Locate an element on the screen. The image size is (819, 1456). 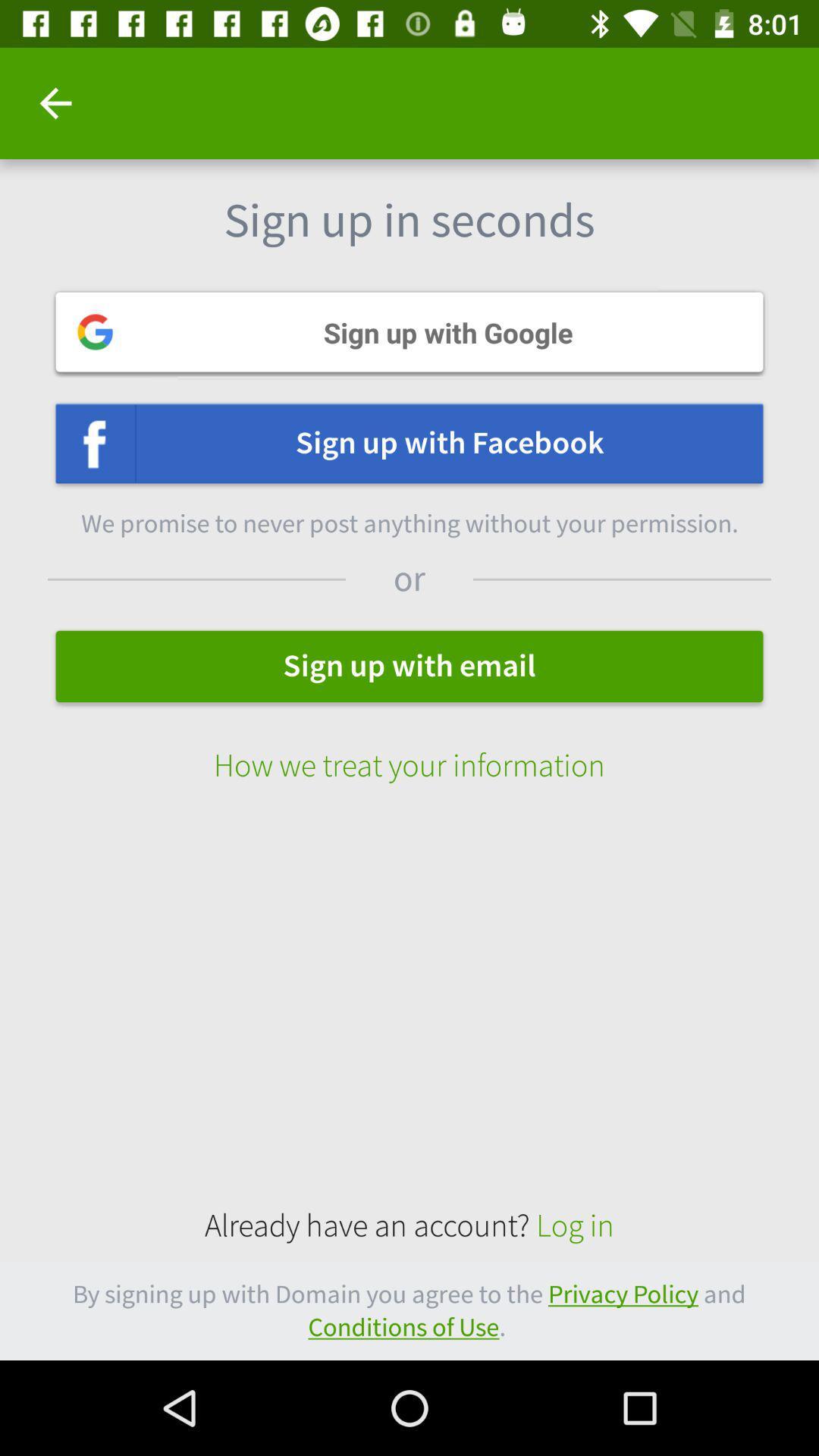
already have an item is located at coordinates (409, 1226).